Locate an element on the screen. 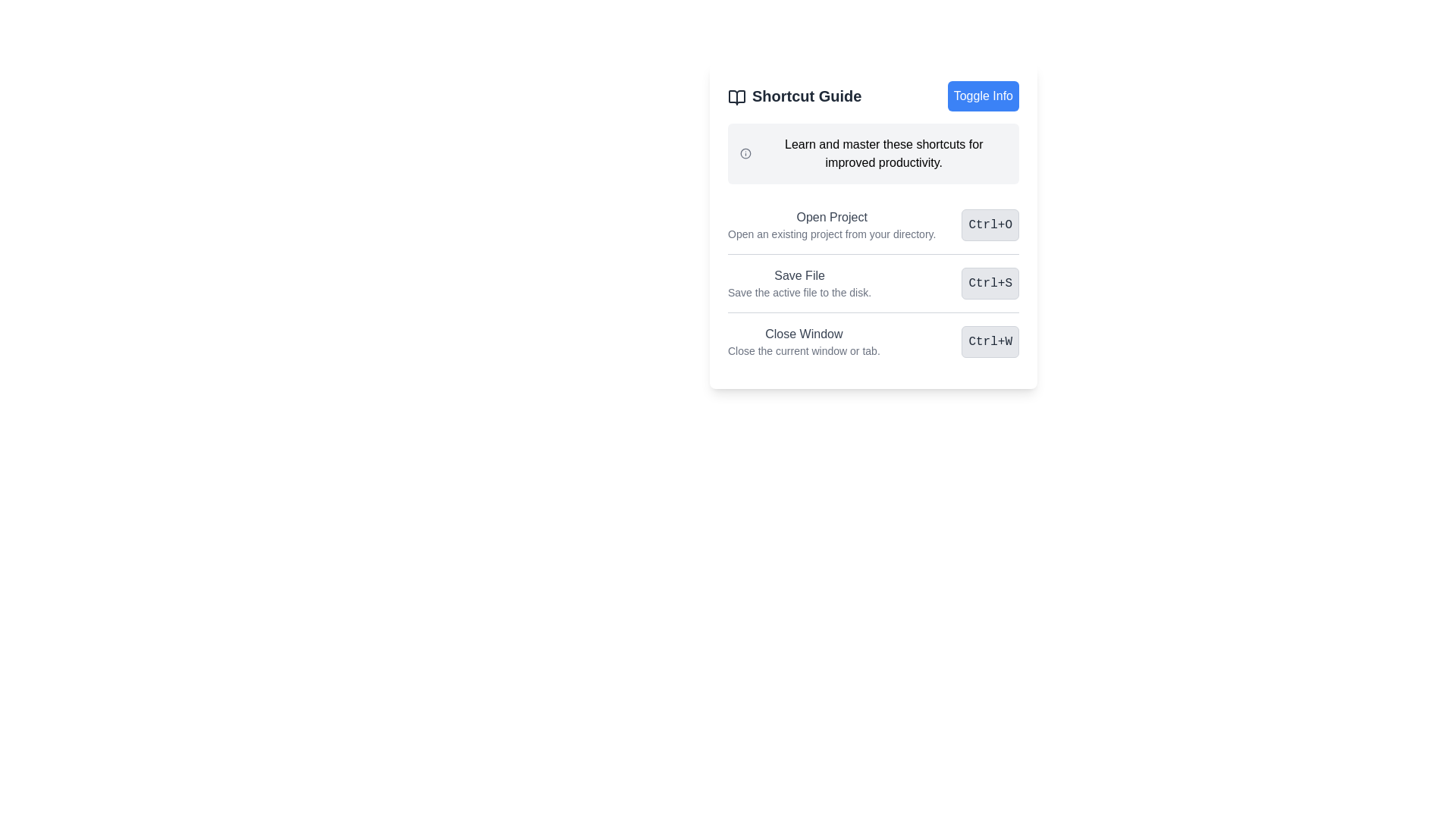 The height and width of the screenshot is (819, 1456). tooltip text of the 'Close Window' list item located in the 'Shortcut Guide' panel, which displays the shortcut indication 'Ctrl+W' is located at coordinates (874, 341).